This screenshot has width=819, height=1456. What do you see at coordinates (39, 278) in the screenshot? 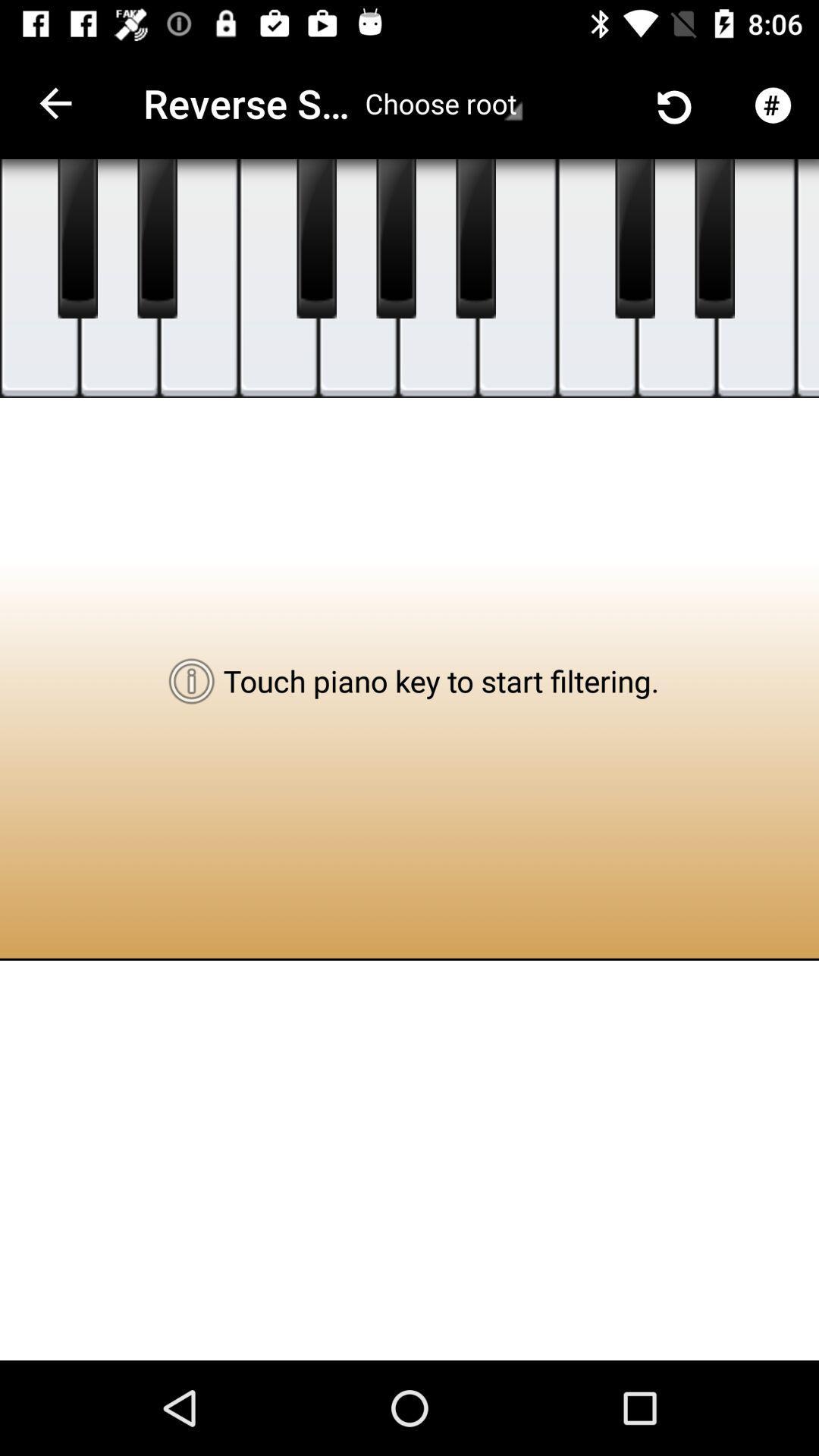
I see `start filtering` at bounding box center [39, 278].